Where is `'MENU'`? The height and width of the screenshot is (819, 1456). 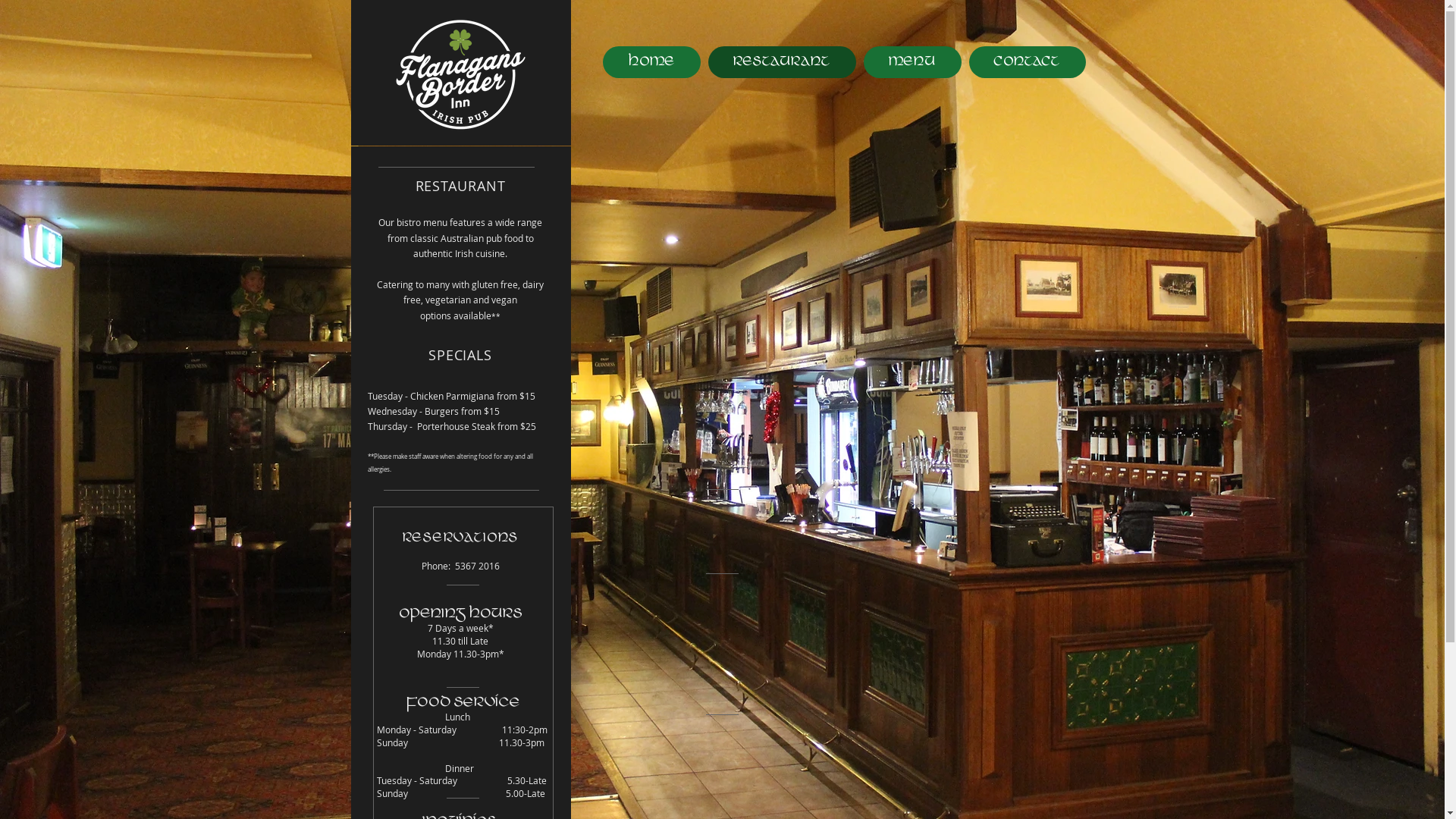 'MENU' is located at coordinates (911, 61).